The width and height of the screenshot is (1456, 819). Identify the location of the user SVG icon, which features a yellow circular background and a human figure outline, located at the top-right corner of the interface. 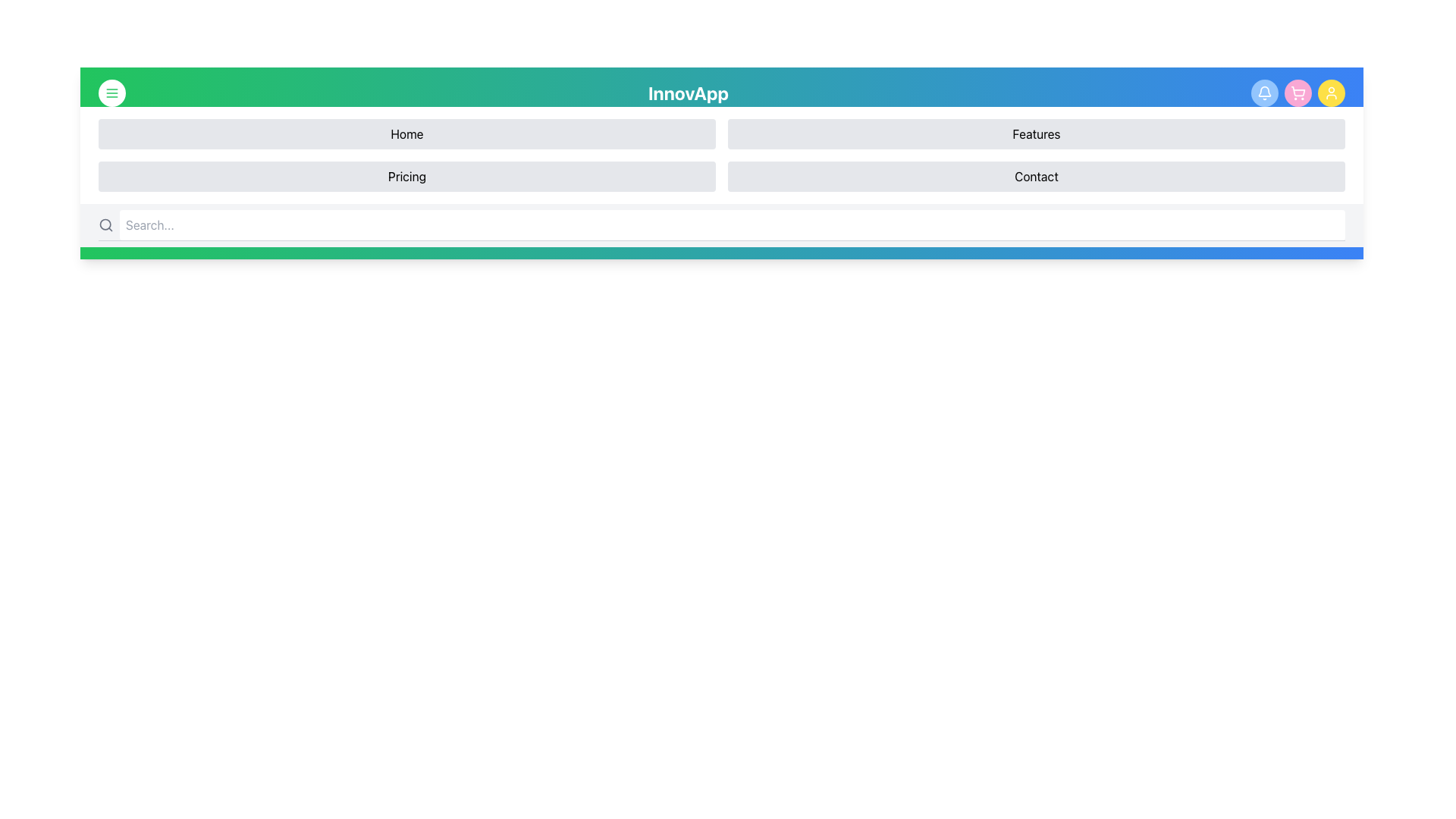
(1331, 93).